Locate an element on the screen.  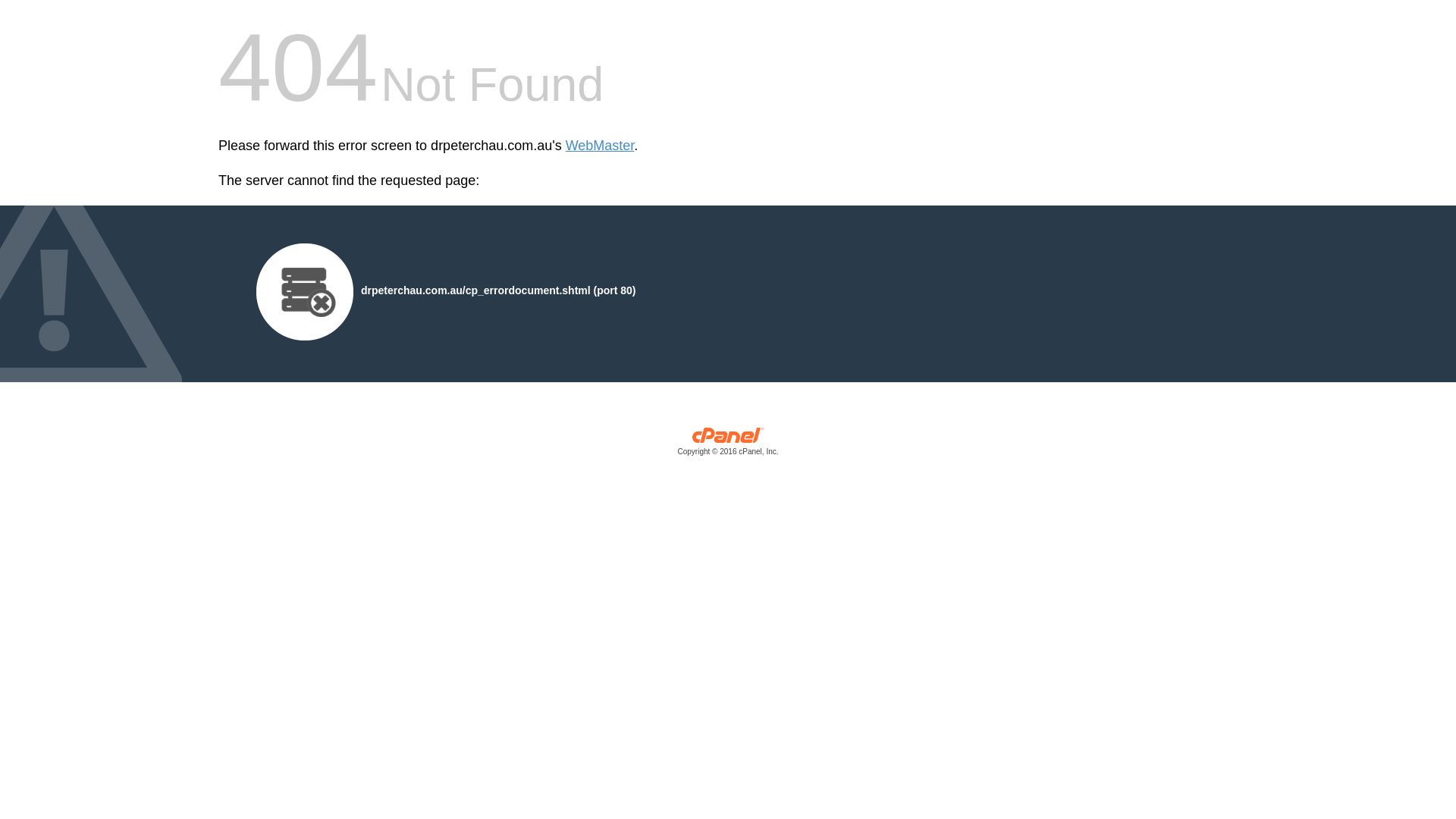
'WebMaster' is located at coordinates (599, 146).